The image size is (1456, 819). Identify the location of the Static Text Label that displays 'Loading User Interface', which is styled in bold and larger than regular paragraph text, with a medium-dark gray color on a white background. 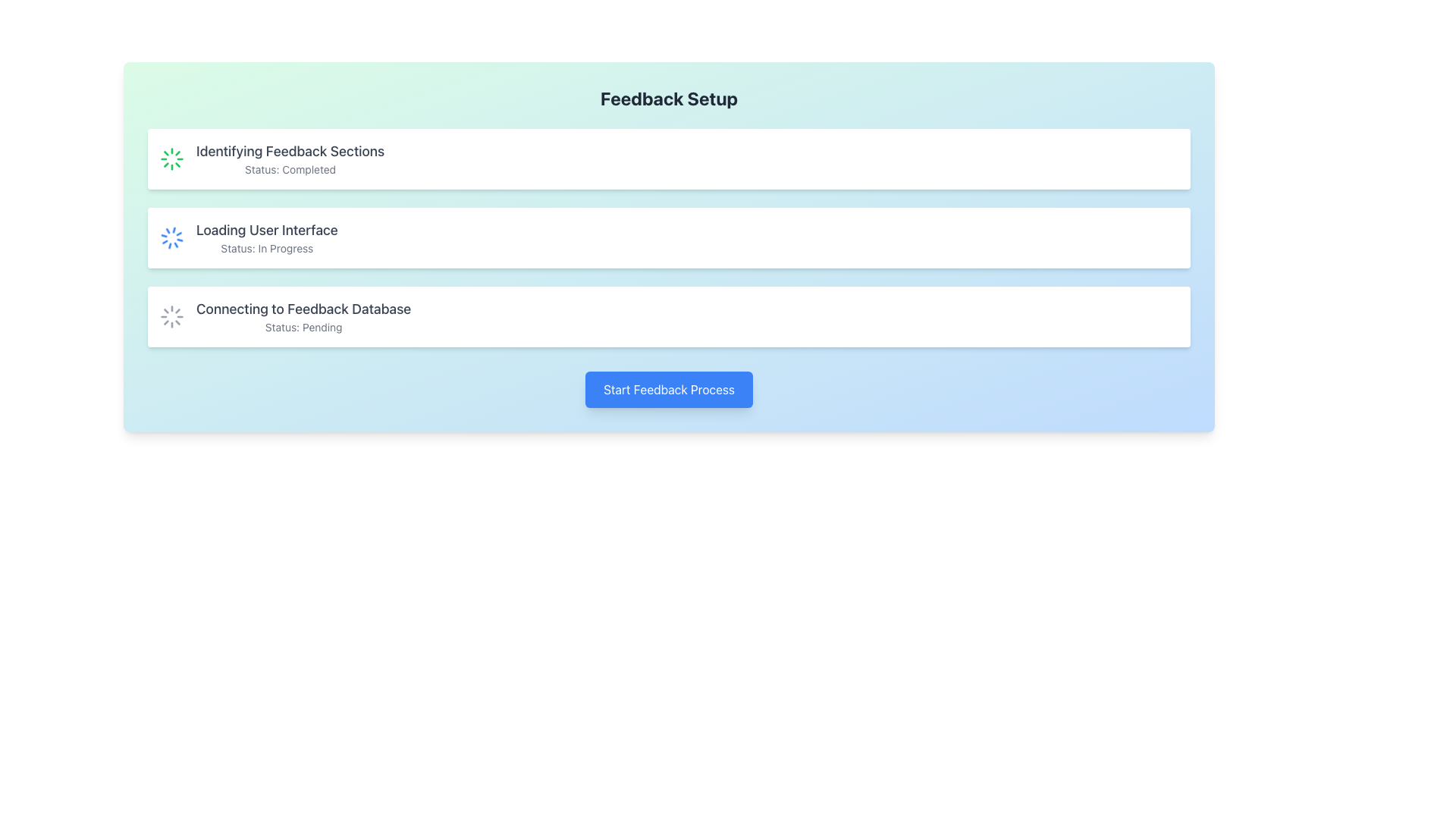
(267, 231).